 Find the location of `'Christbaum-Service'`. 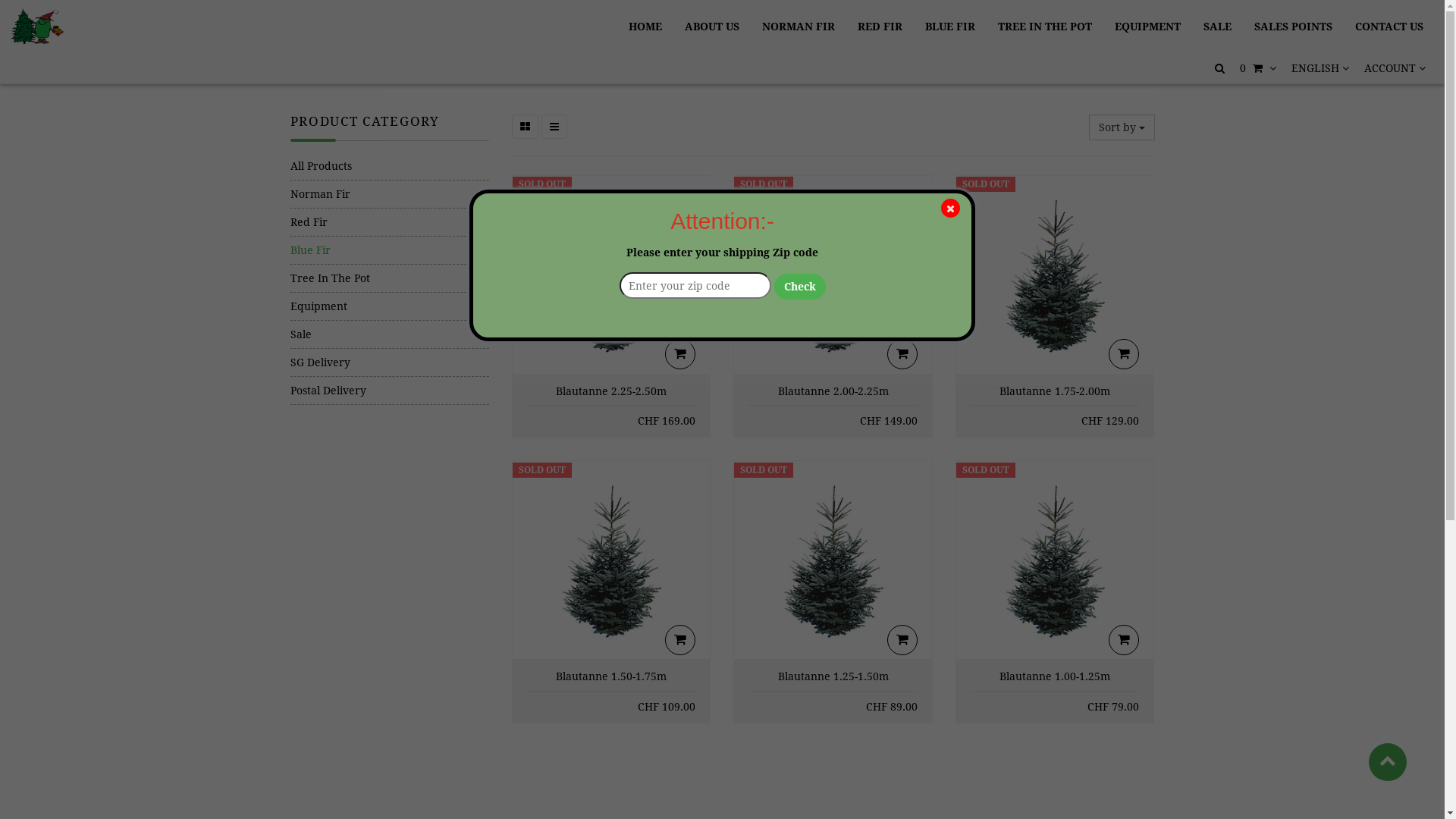

'Christbaum-Service' is located at coordinates (37, 26).